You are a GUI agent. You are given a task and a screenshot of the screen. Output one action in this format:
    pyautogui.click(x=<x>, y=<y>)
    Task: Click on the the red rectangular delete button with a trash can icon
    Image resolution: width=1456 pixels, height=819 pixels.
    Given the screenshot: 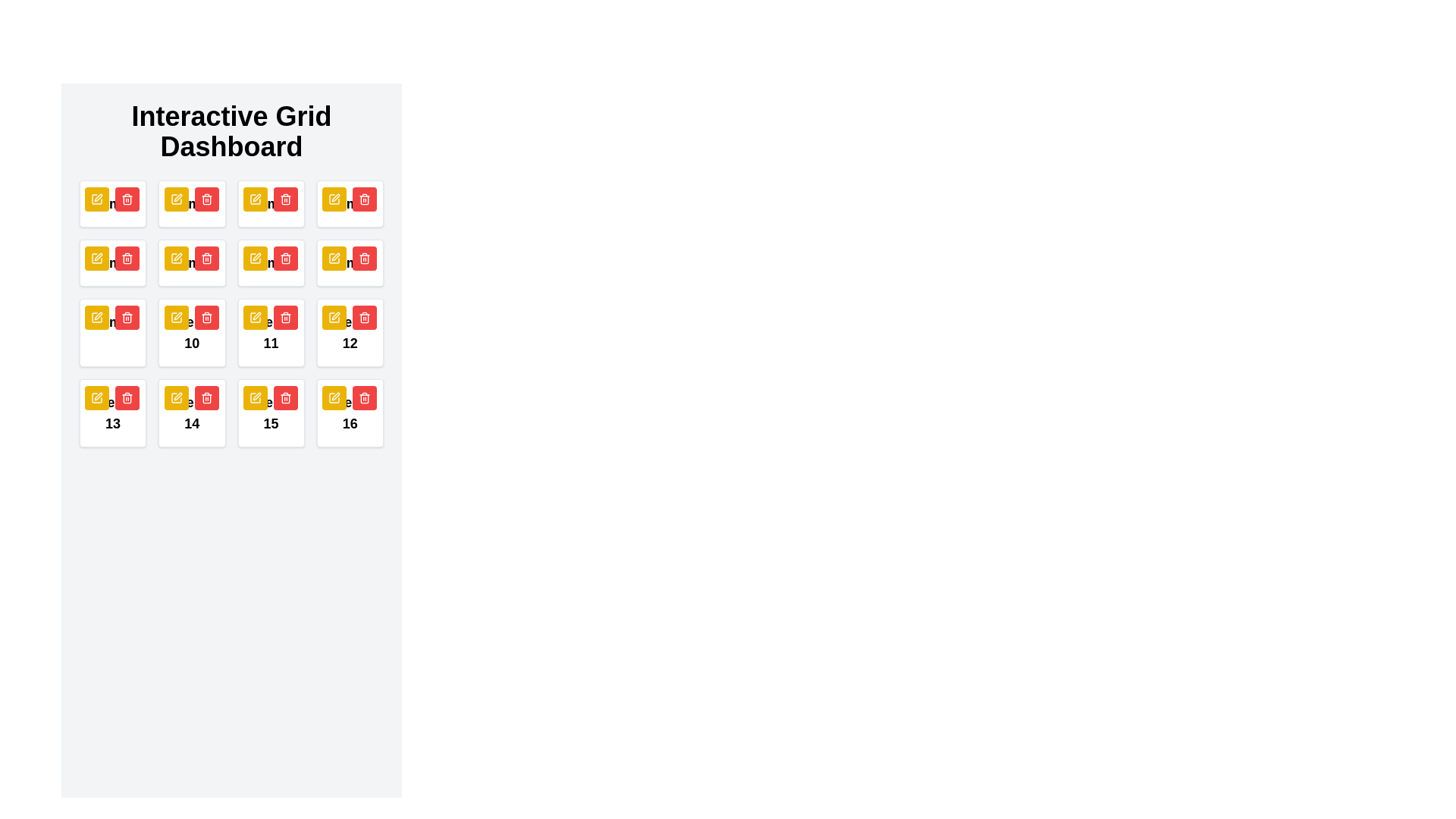 What is the action you would take?
    pyautogui.click(x=206, y=198)
    